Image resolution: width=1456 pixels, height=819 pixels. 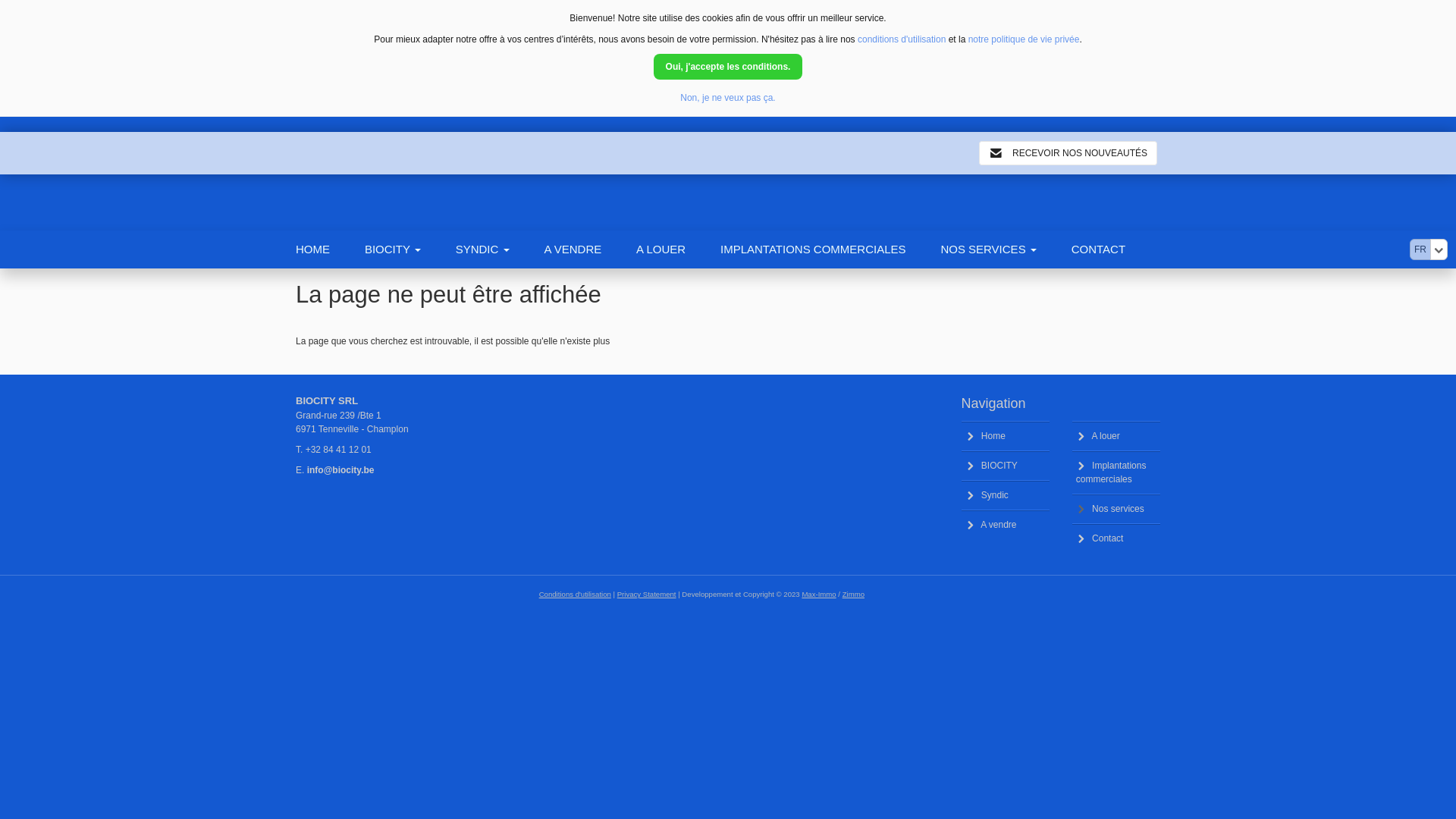 What do you see at coordinates (574, 593) in the screenshot?
I see `'Conditions d'utilisation'` at bounding box center [574, 593].